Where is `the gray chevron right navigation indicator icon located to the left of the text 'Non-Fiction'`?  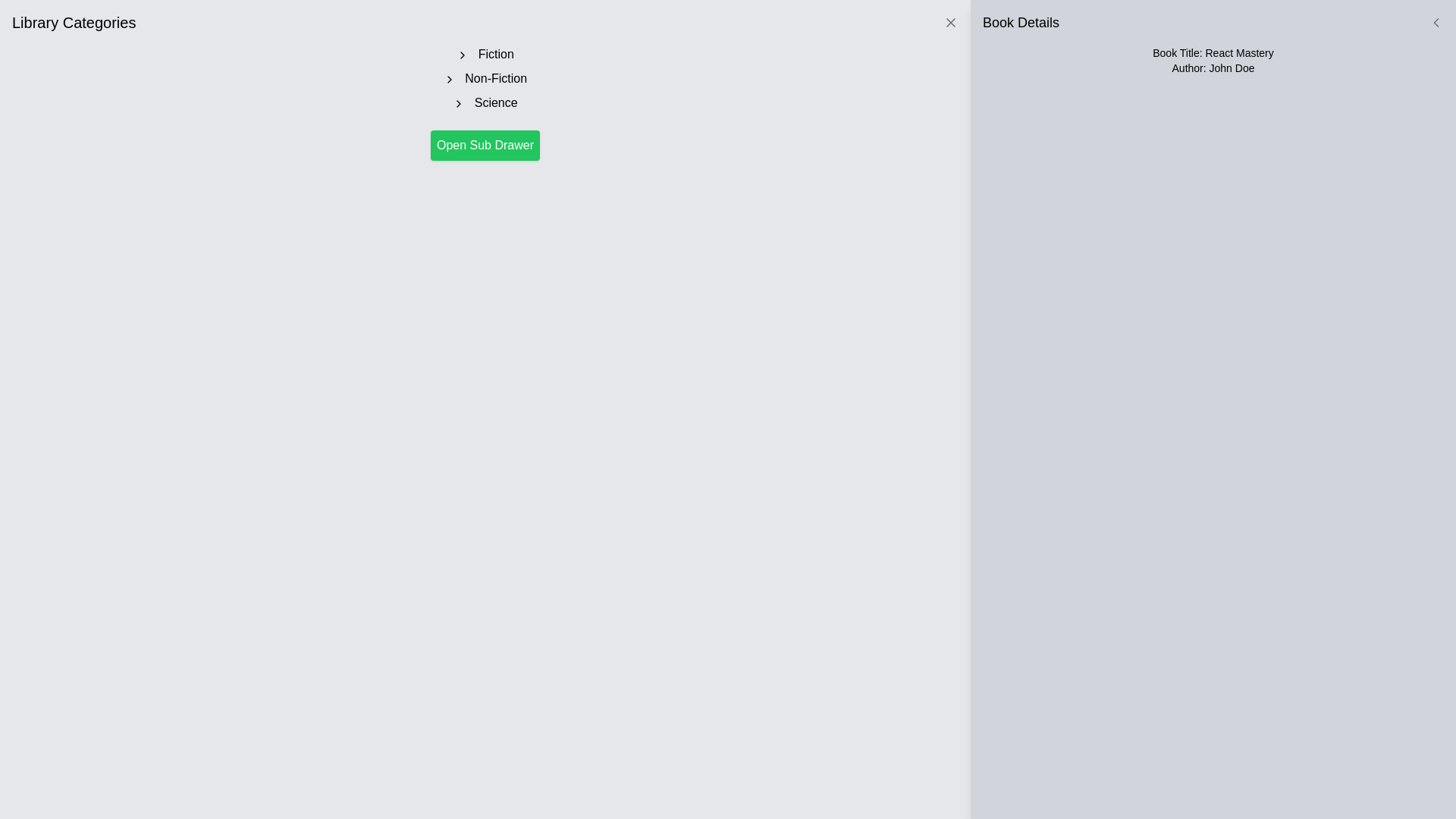 the gray chevron right navigation indicator icon located to the left of the text 'Non-Fiction' is located at coordinates (448, 79).